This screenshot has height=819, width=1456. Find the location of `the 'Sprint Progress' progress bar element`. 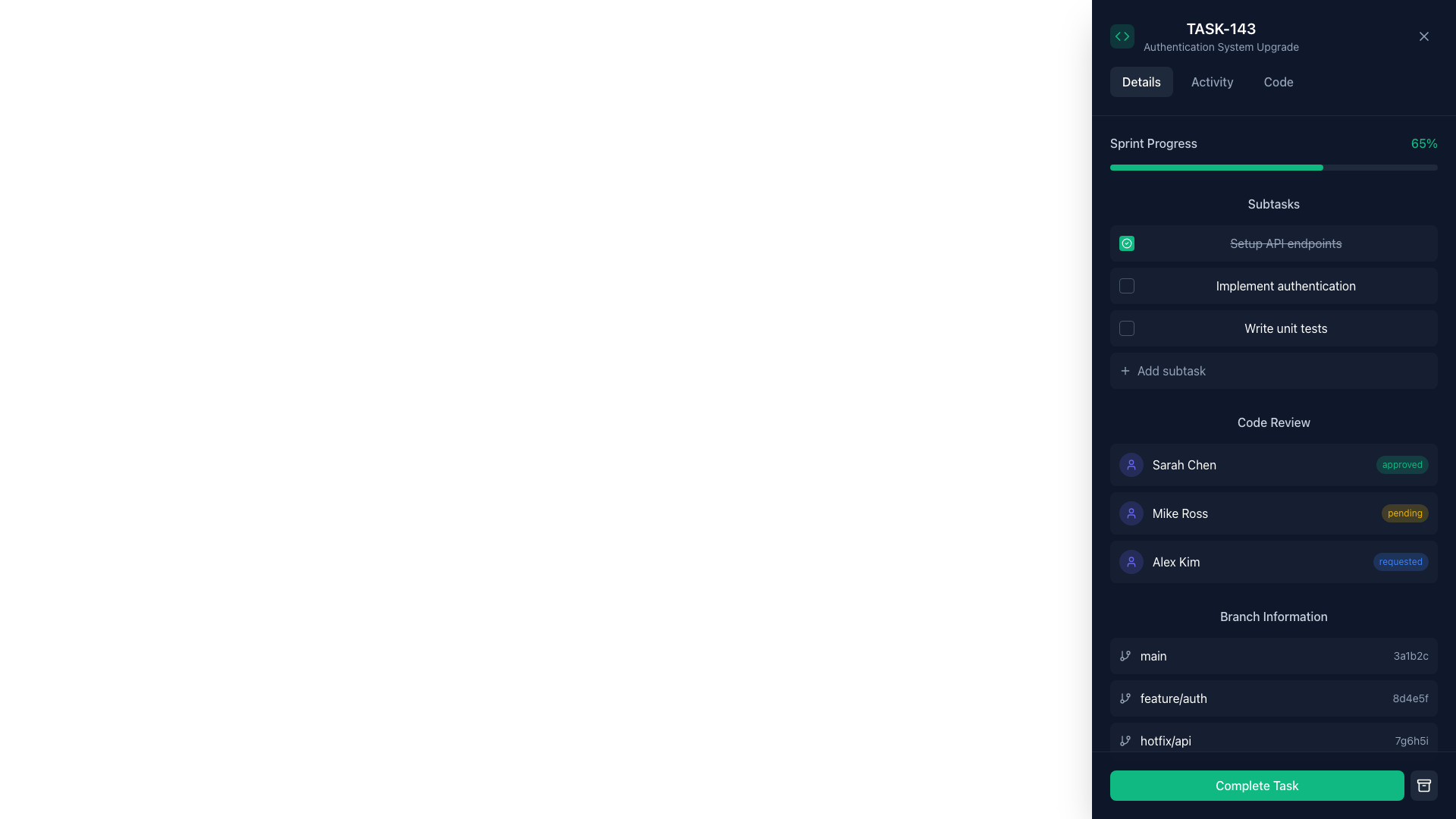

the 'Sprint Progress' progress bar element is located at coordinates (1274, 152).